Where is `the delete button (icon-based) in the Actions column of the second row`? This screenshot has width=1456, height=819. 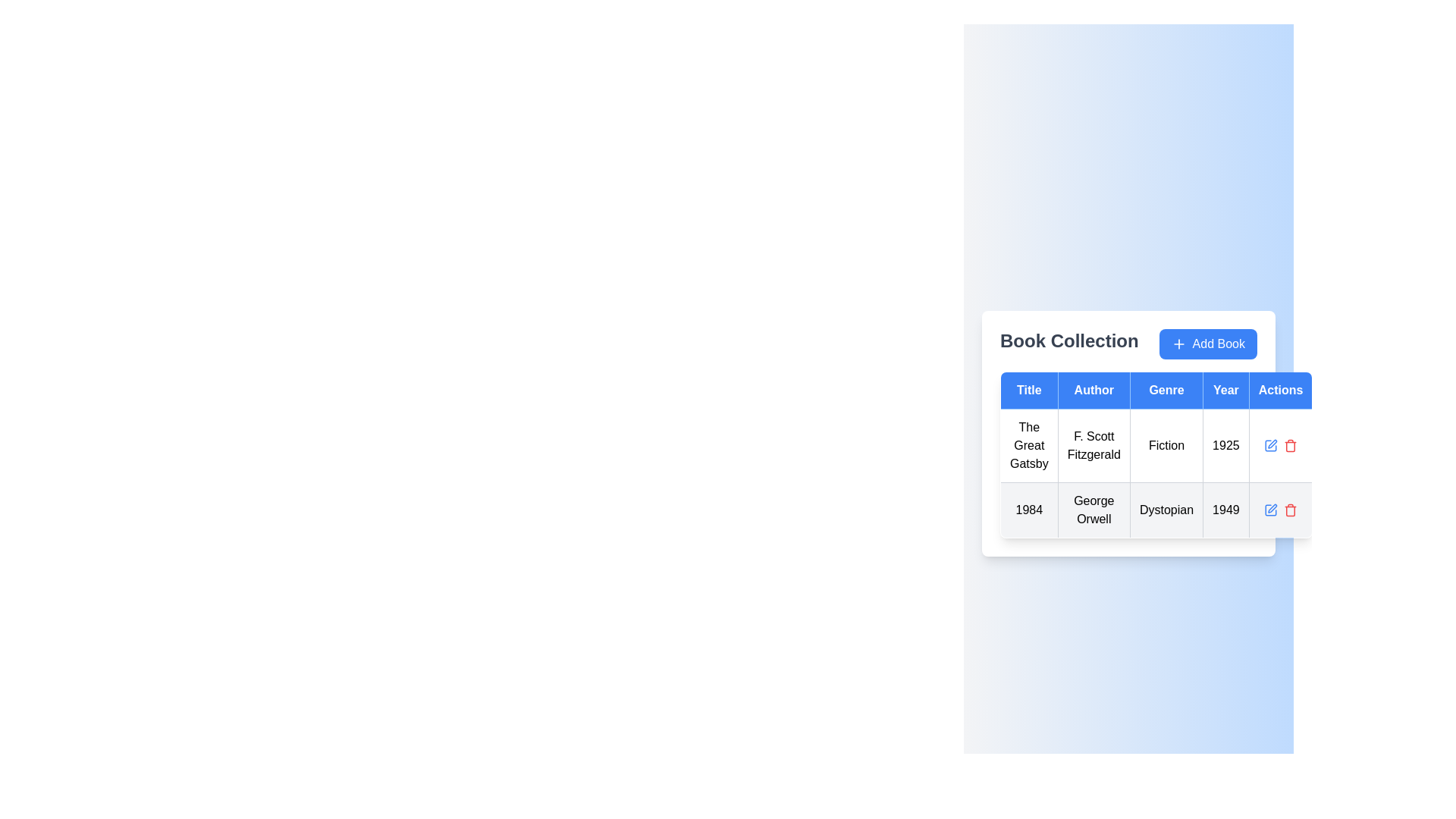 the delete button (icon-based) in the Actions column of the second row is located at coordinates (1290, 510).